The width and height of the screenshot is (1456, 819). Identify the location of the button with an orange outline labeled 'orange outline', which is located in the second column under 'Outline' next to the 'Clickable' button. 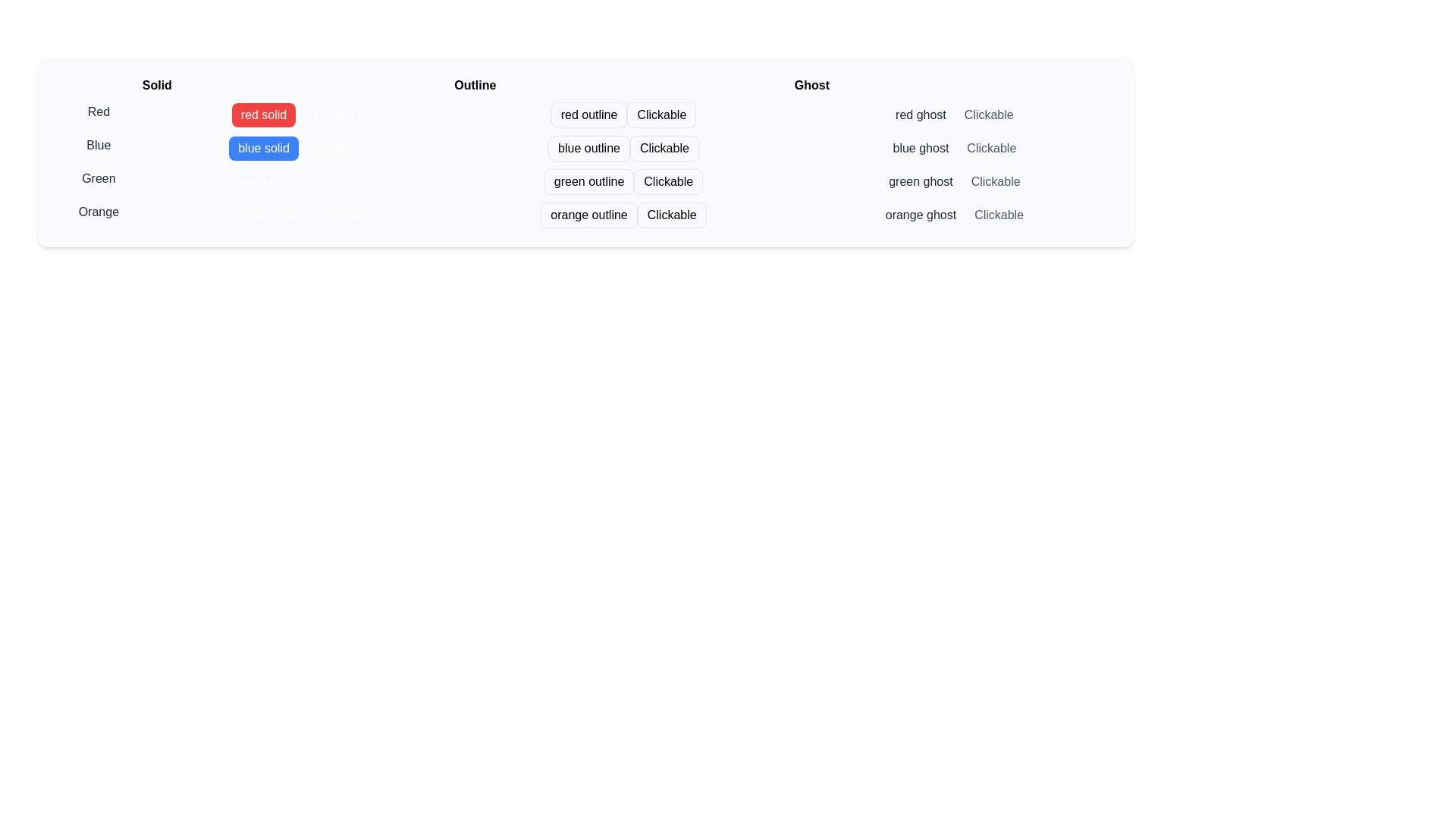
(588, 215).